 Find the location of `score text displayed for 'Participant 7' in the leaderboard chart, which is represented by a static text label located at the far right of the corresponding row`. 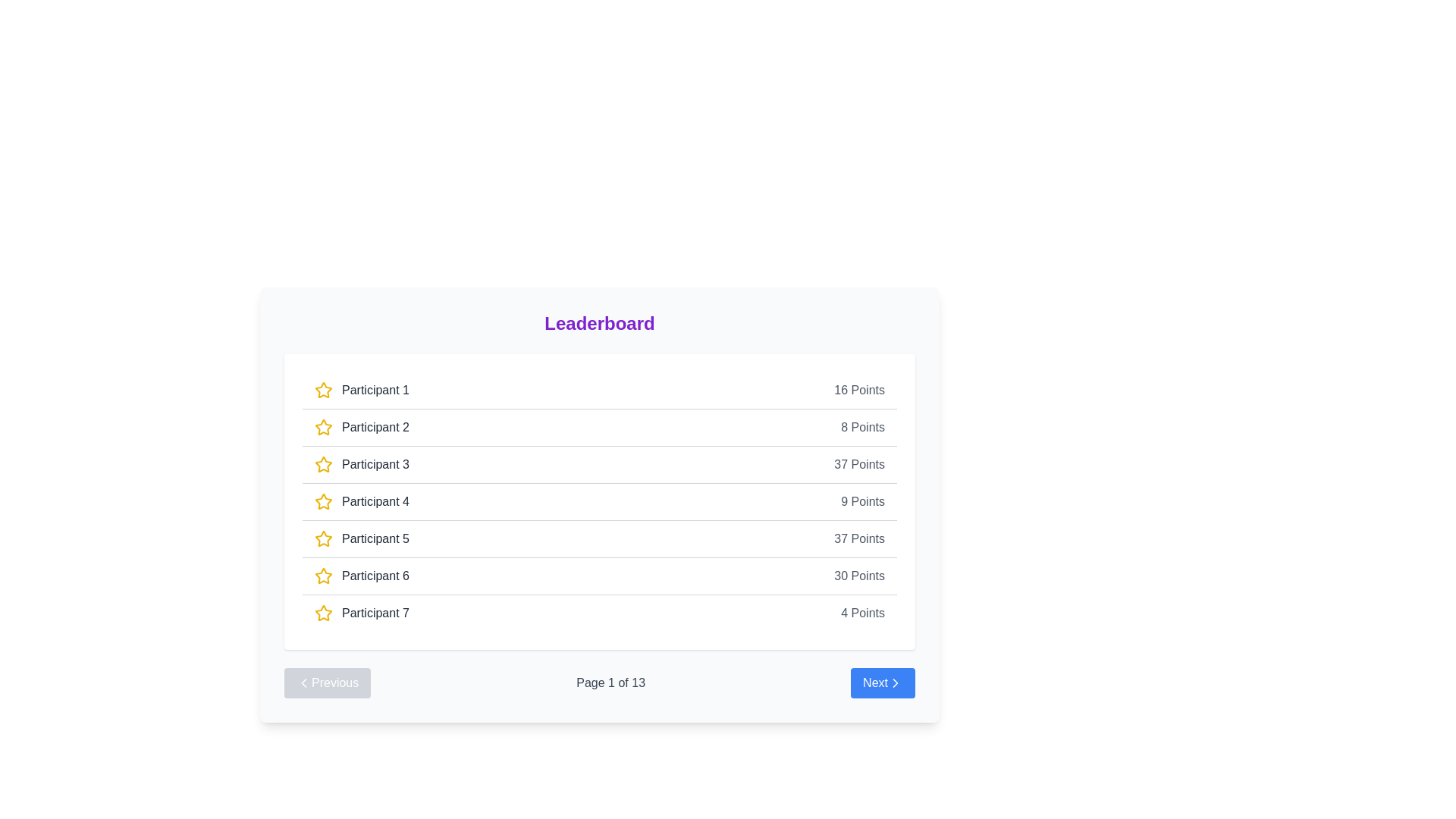

score text displayed for 'Participant 7' in the leaderboard chart, which is represented by a static text label located at the far right of the corresponding row is located at coordinates (863, 613).